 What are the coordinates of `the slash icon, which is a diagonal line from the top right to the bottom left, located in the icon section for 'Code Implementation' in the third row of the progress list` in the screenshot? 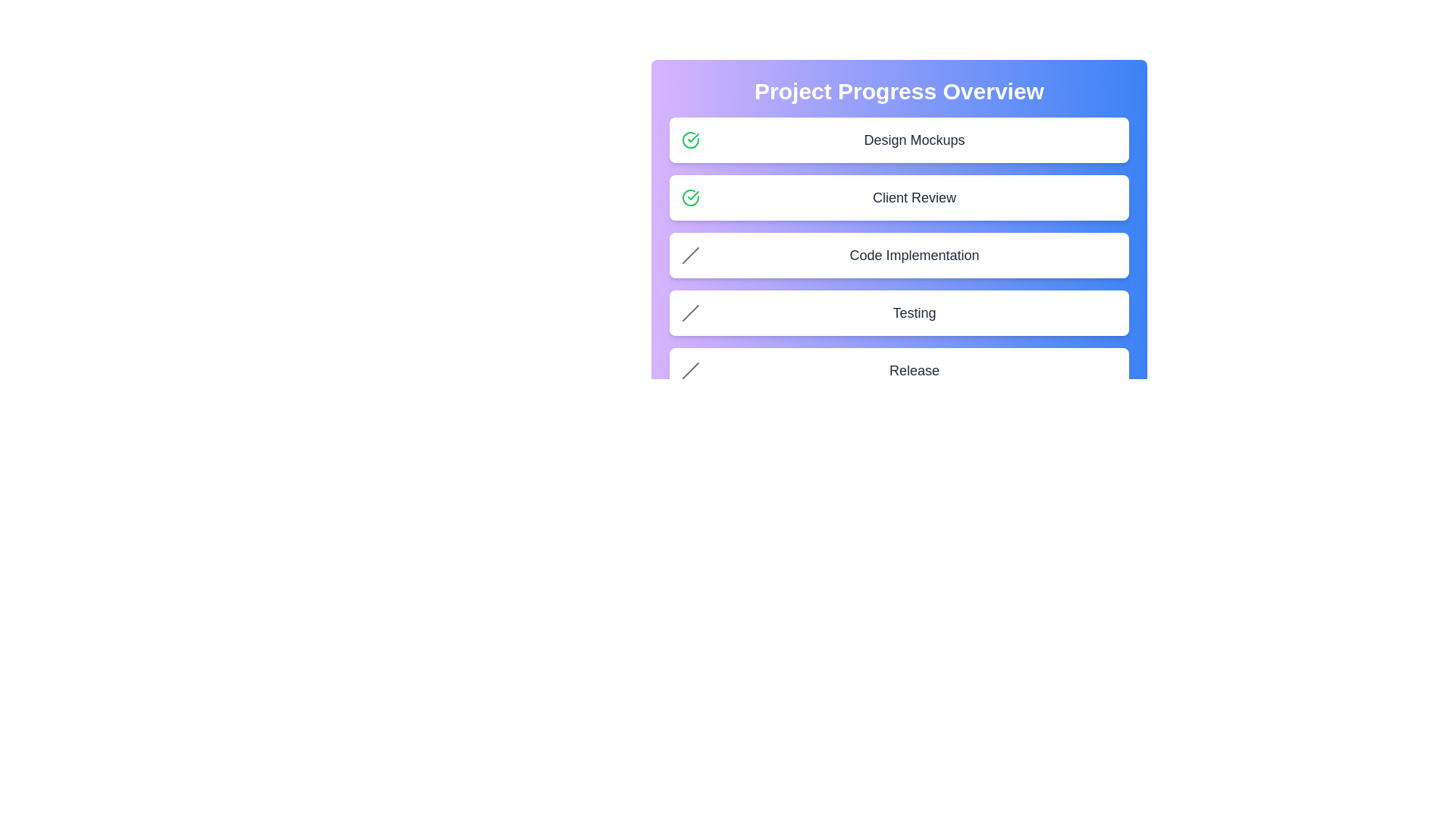 It's located at (690, 254).